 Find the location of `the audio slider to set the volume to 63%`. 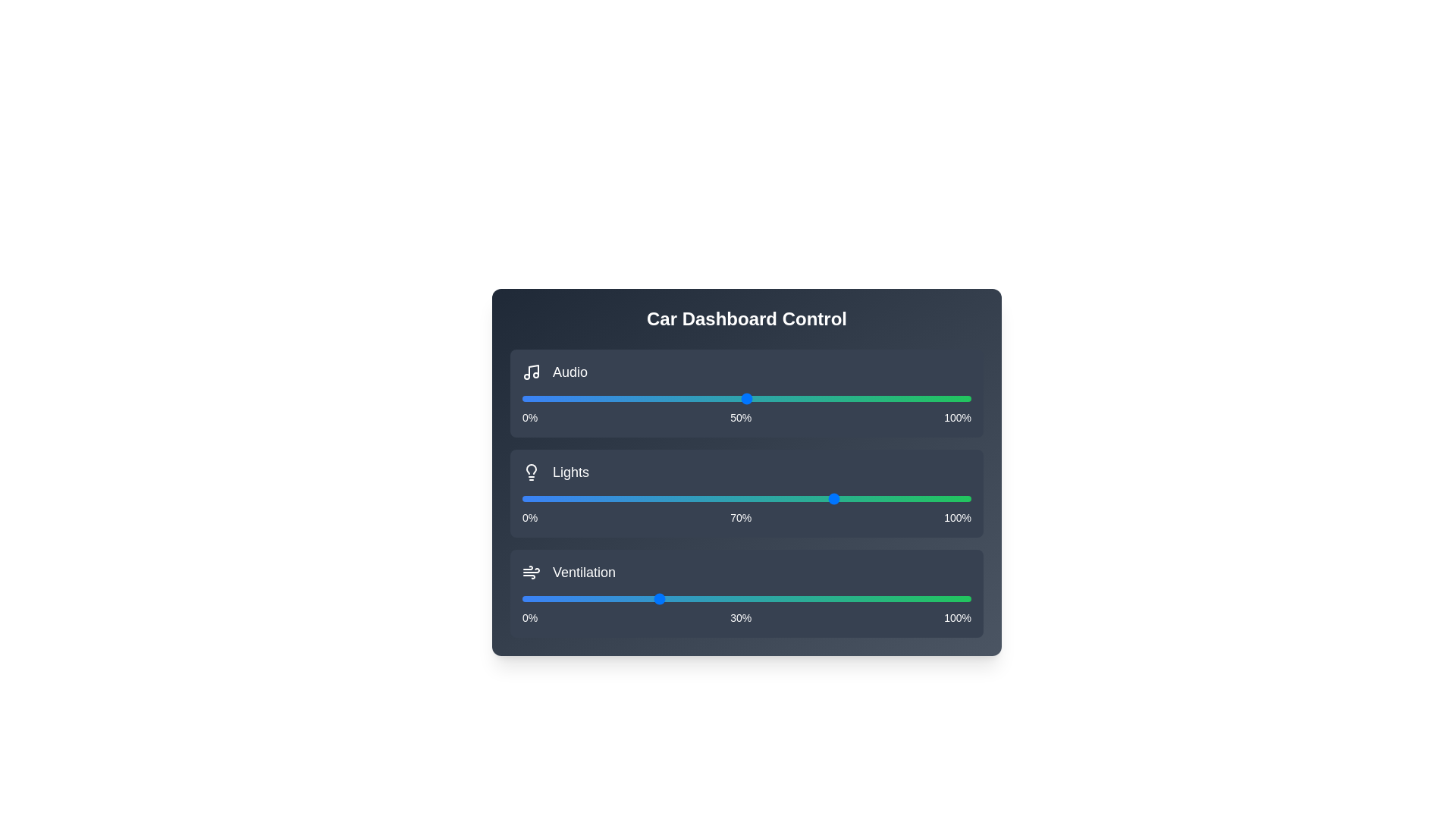

the audio slider to set the volume to 63% is located at coordinates (804, 397).